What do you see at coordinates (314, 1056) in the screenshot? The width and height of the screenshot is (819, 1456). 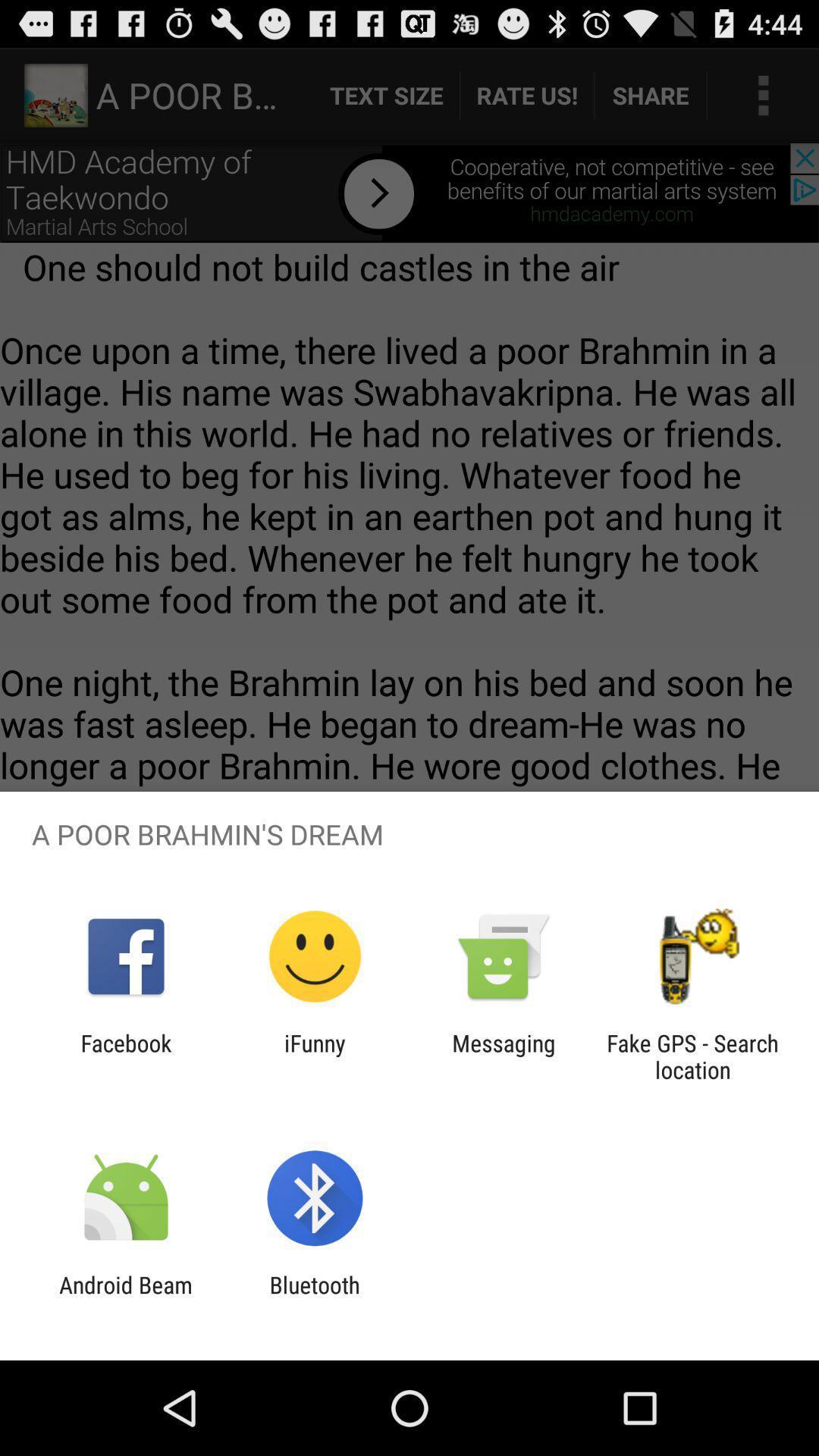 I see `ifunny app` at bounding box center [314, 1056].